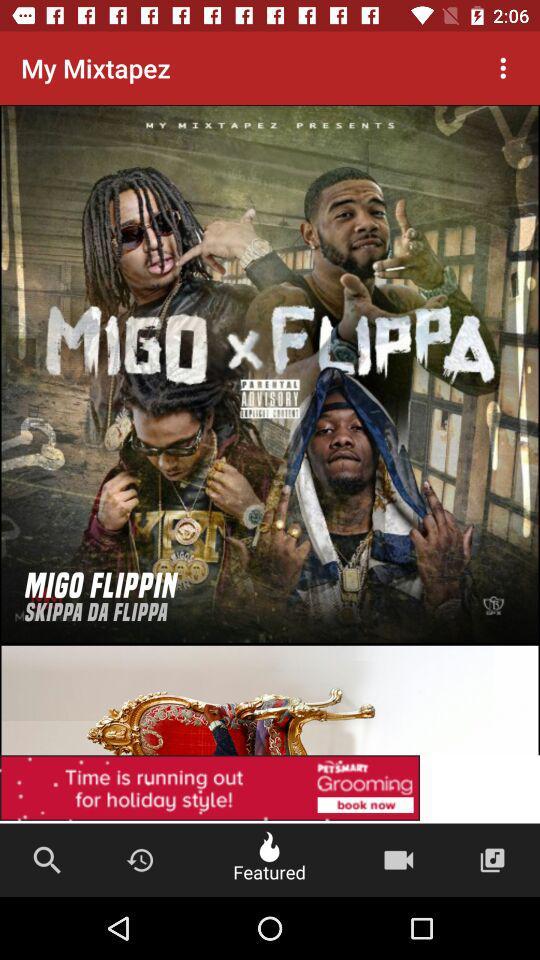 Image resolution: width=540 pixels, height=960 pixels. Describe the element at coordinates (270, 789) in the screenshot. I see `etc` at that location.